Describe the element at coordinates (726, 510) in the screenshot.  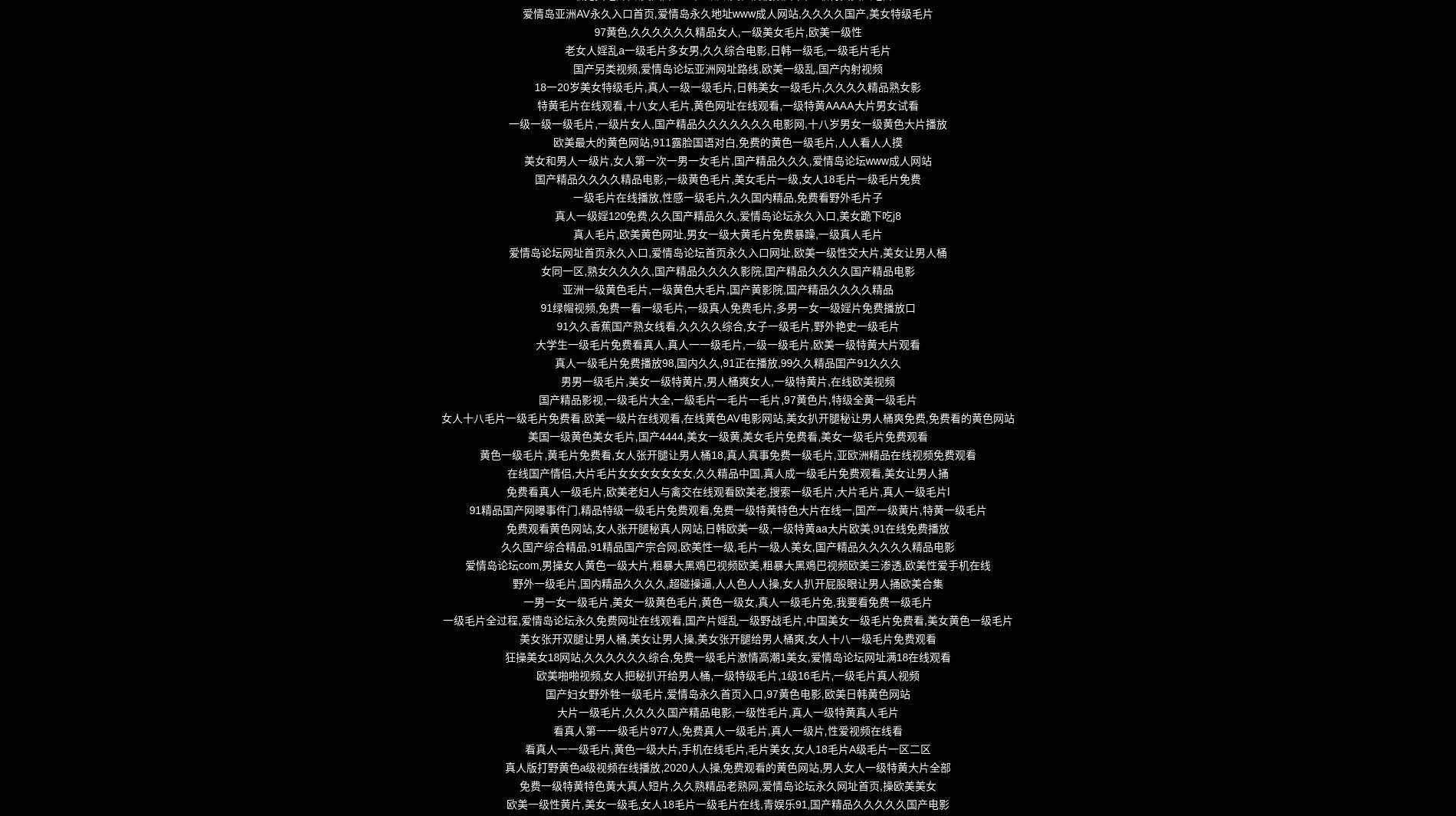
I see `'91精品国产网曝事件门,精品特级一级毛片免费观看,免费一级特黄特色大片在线一,国产一级黄片,特黄一级毛片'` at that location.